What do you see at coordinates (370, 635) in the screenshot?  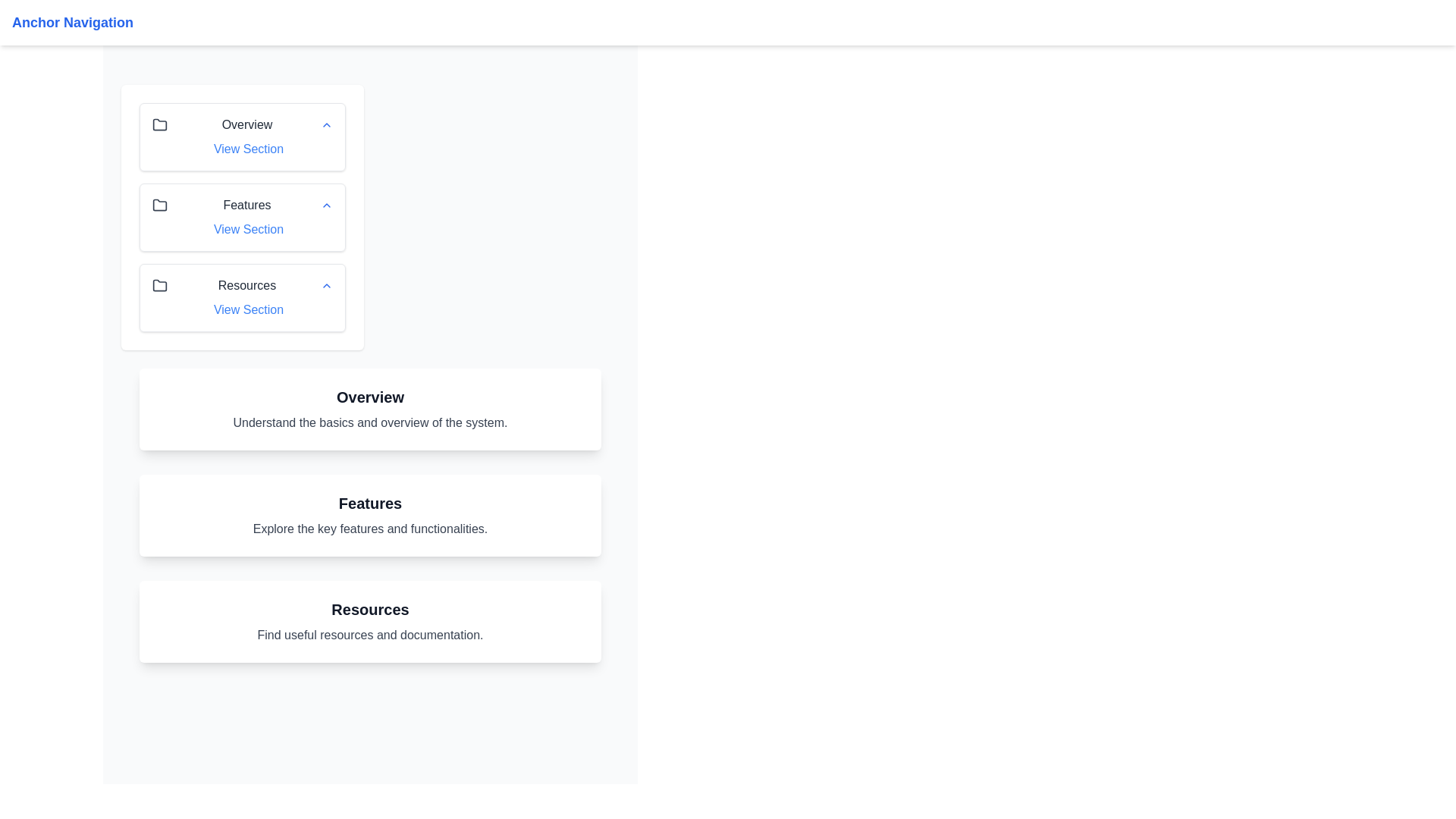 I see `the supplementary information label located directly below the 'Resources' heading within the third card in the vertical list of cards` at bounding box center [370, 635].